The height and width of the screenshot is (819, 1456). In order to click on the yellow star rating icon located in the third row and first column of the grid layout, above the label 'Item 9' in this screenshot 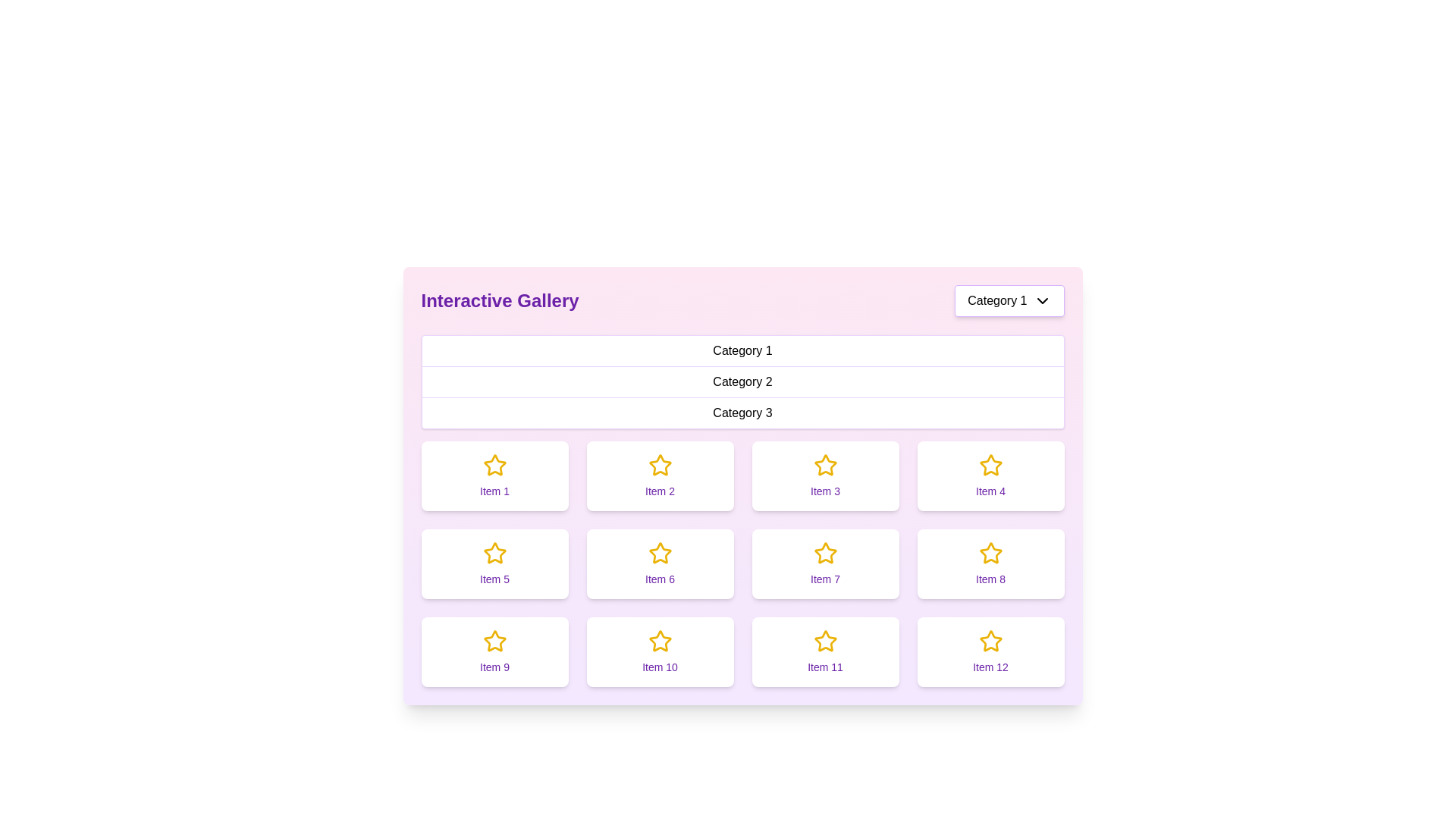, I will do `click(494, 641)`.